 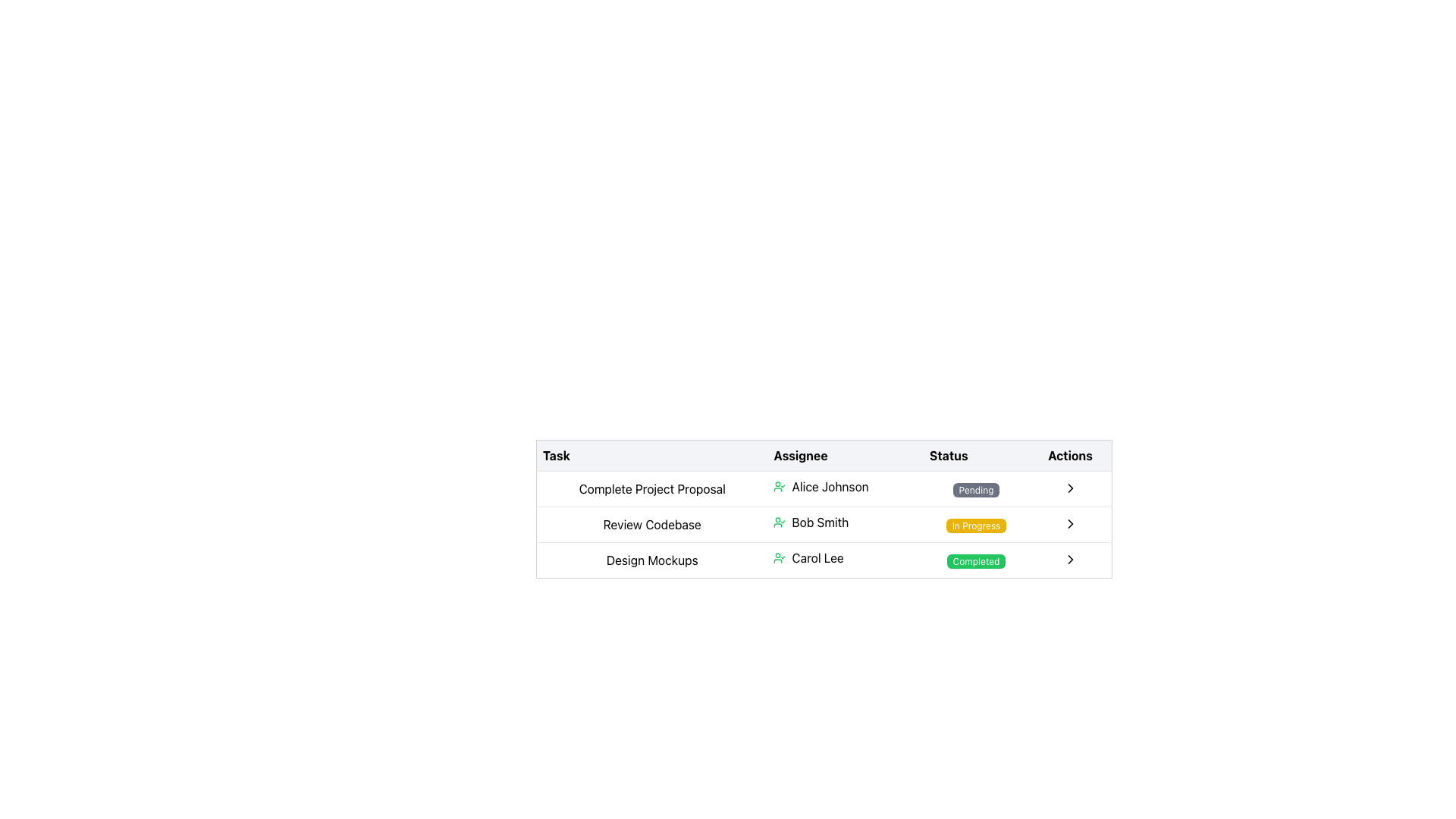 What do you see at coordinates (780, 522) in the screenshot?
I see `the Icon representing the status of the assignee 'Bob Smith', located to the left of the text in the second row of the table under the 'Assignee' column` at bounding box center [780, 522].